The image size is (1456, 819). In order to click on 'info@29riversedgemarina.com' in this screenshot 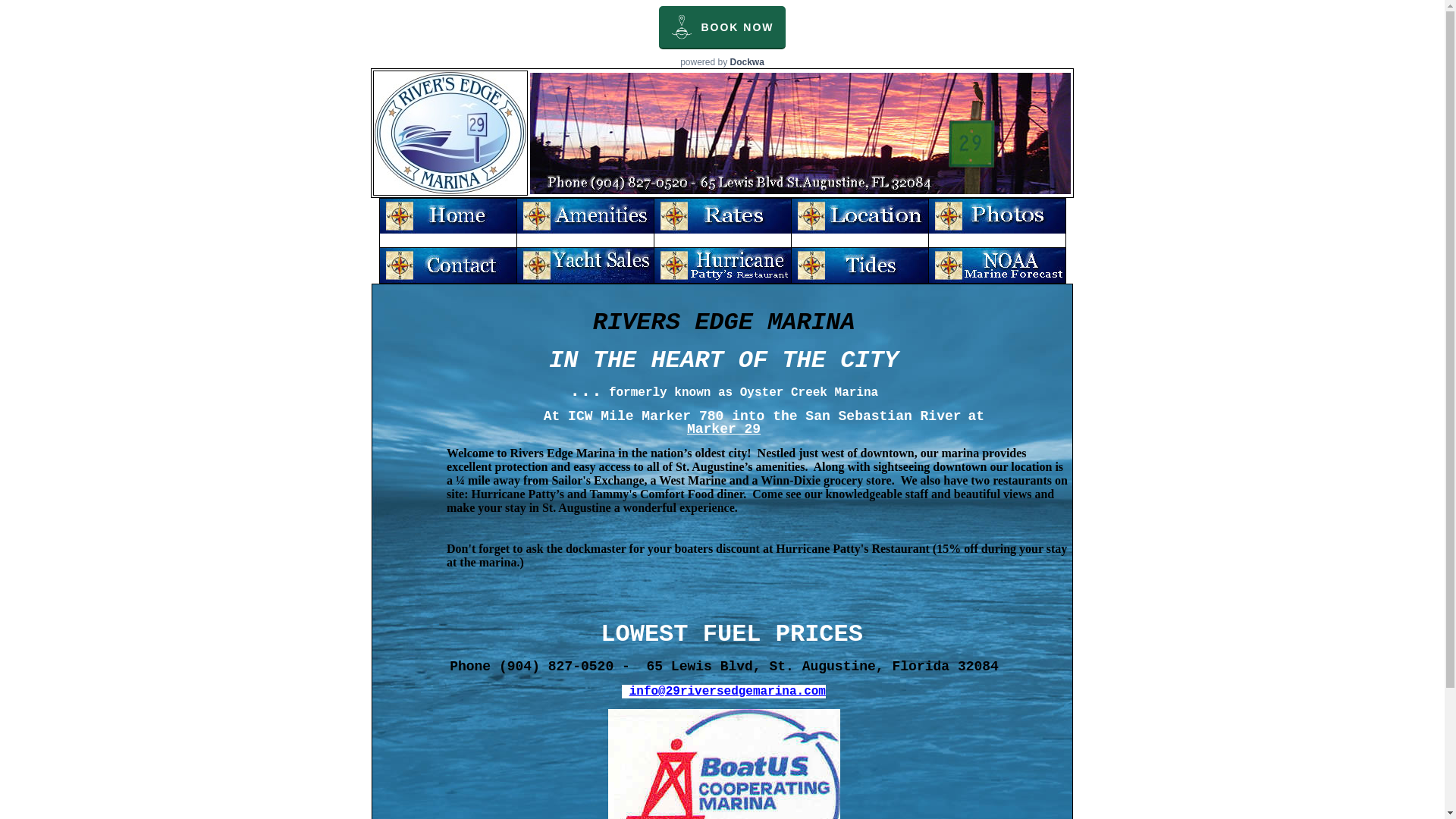, I will do `click(726, 691)`.